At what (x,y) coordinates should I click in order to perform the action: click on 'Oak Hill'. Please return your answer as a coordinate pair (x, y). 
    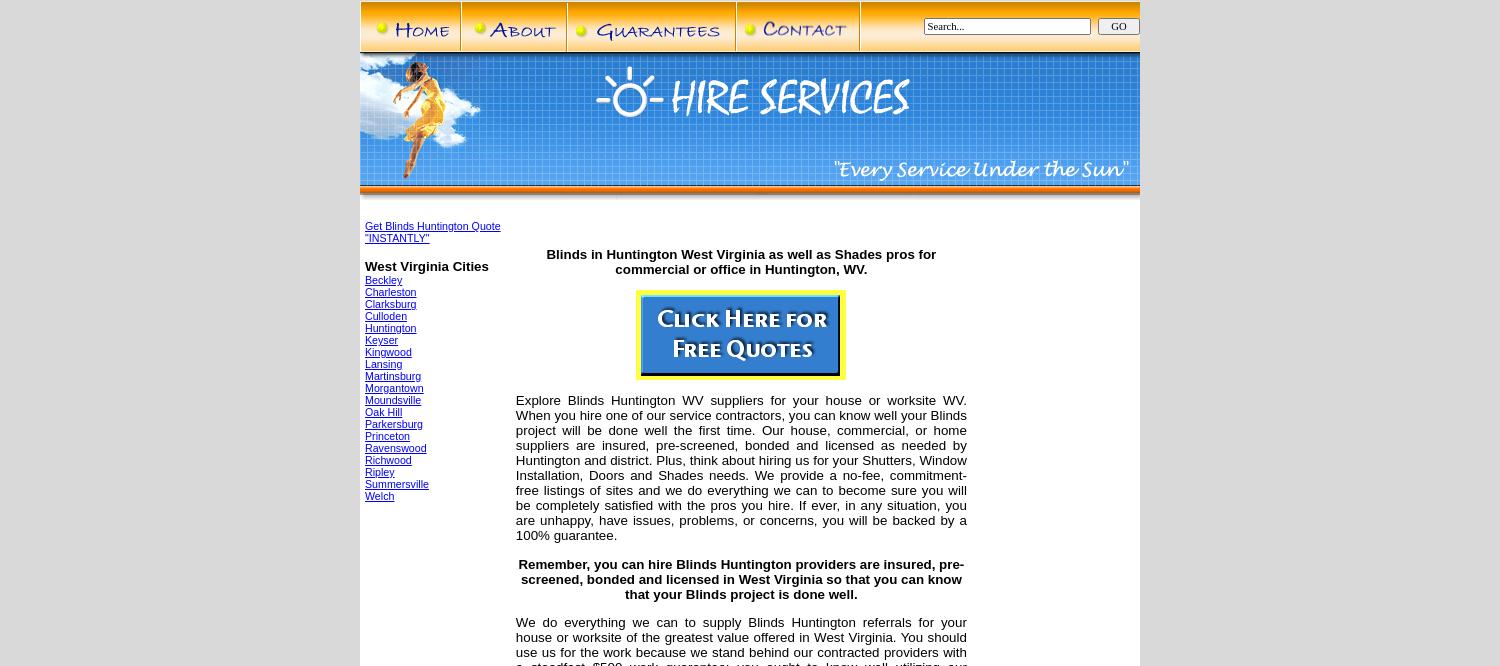
    Looking at the image, I should click on (383, 410).